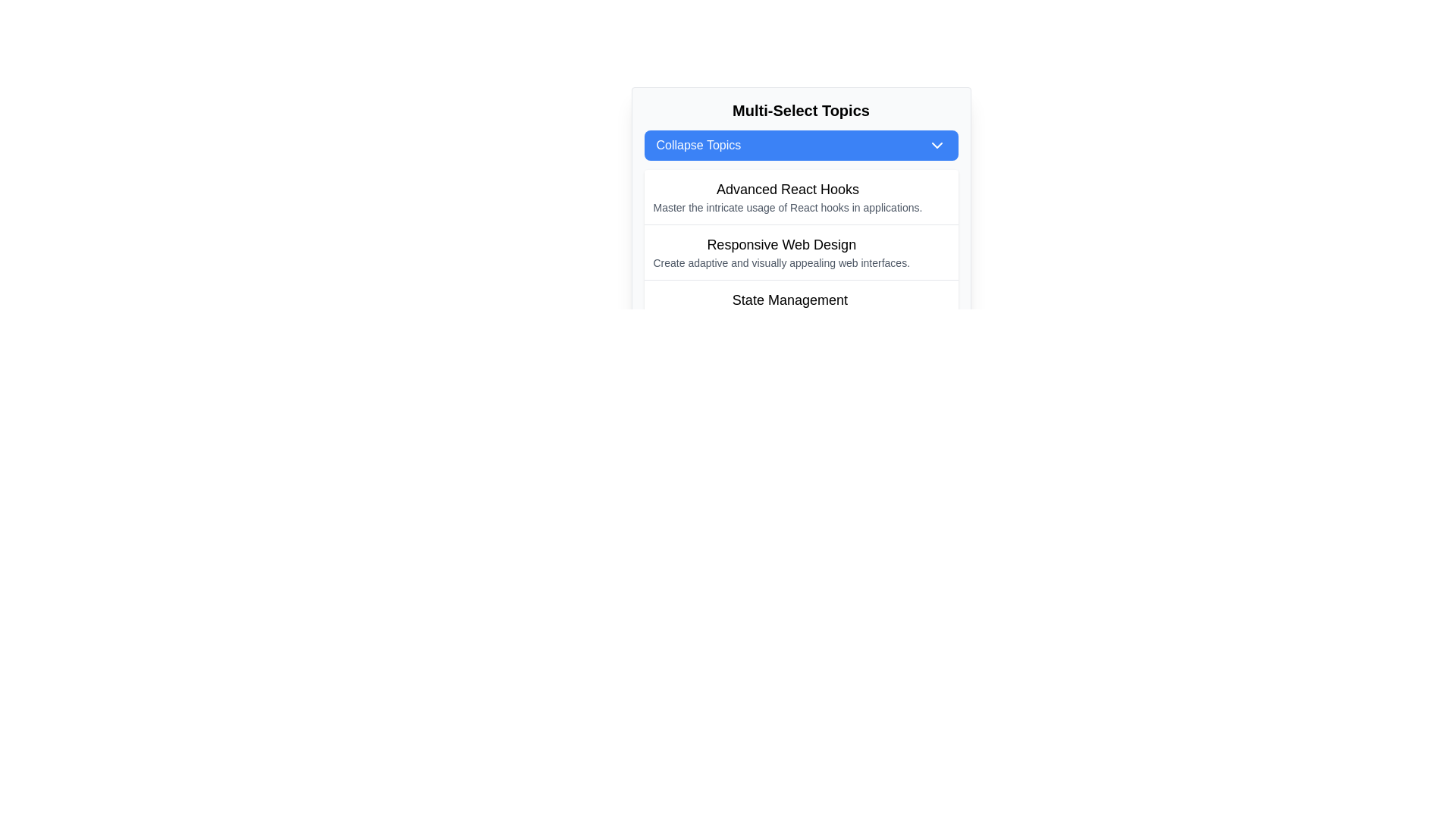  I want to click on text of the bold header labeled 'Multi-Select Topics' positioned at the top of the content card, so click(800, 110).